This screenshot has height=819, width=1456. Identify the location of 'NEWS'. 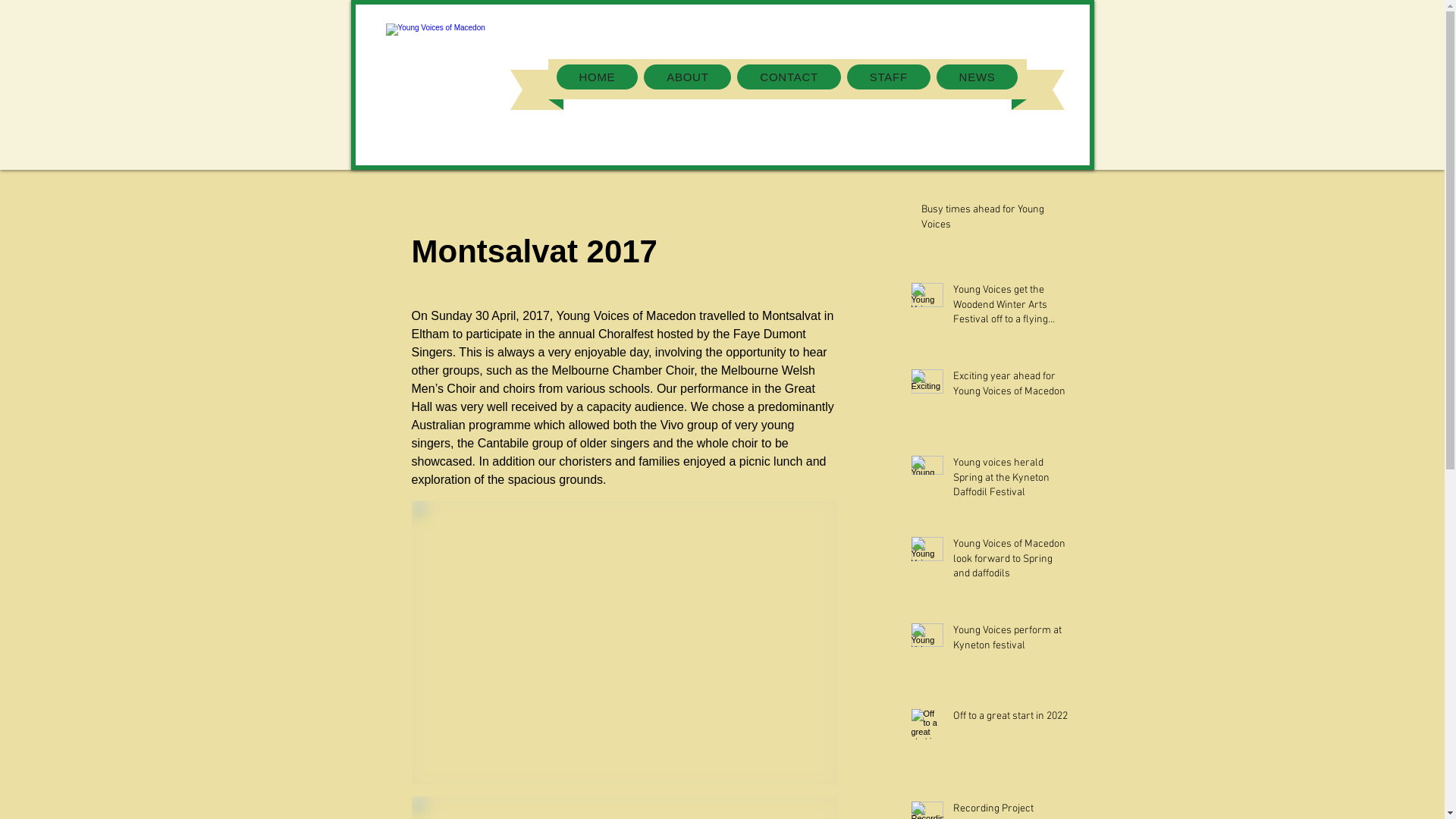
(977, 77).